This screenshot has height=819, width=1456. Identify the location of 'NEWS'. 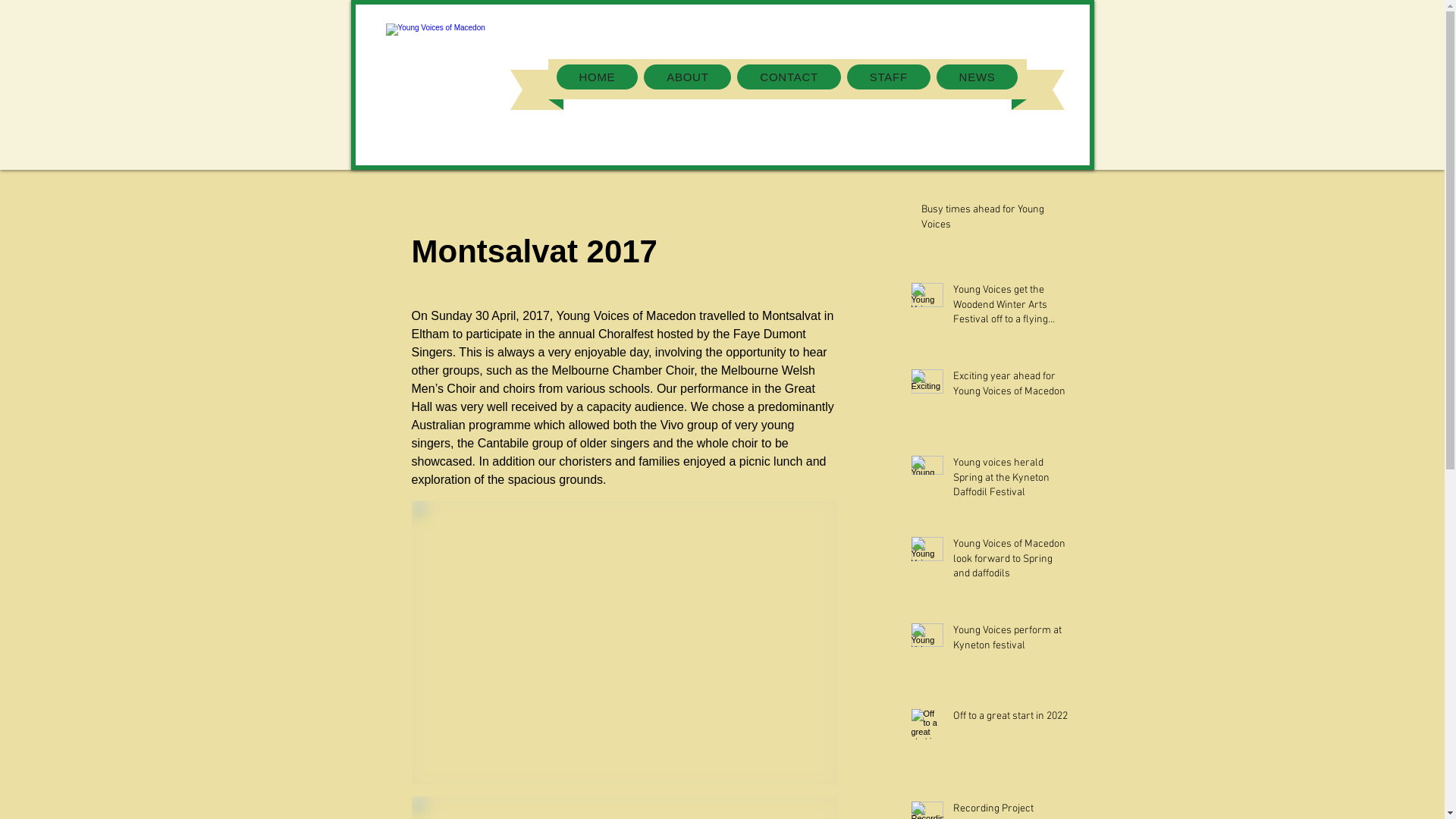
(977, 77).